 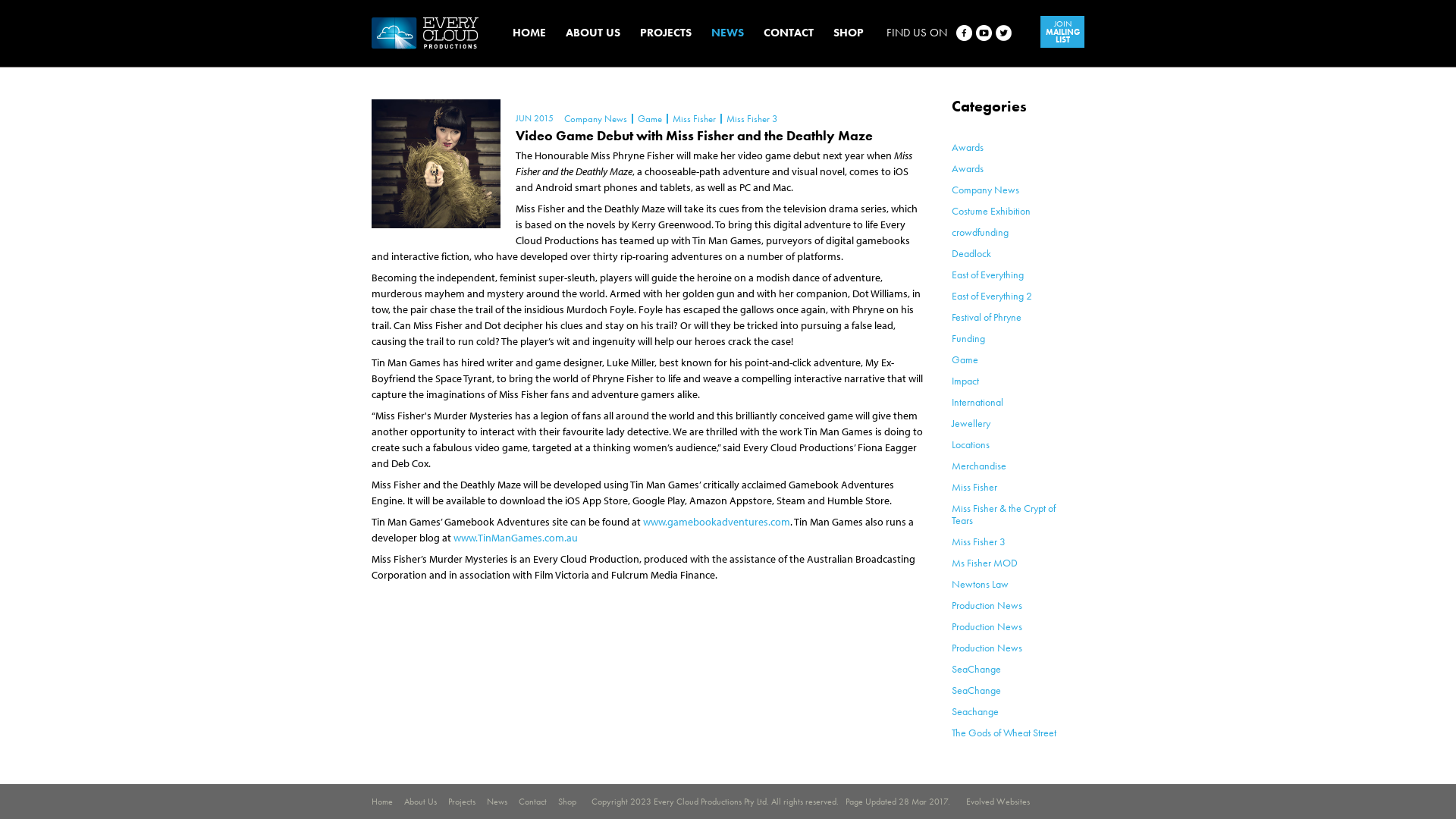 I want to click on 'PROJECTS', so click(x=640, y=32).